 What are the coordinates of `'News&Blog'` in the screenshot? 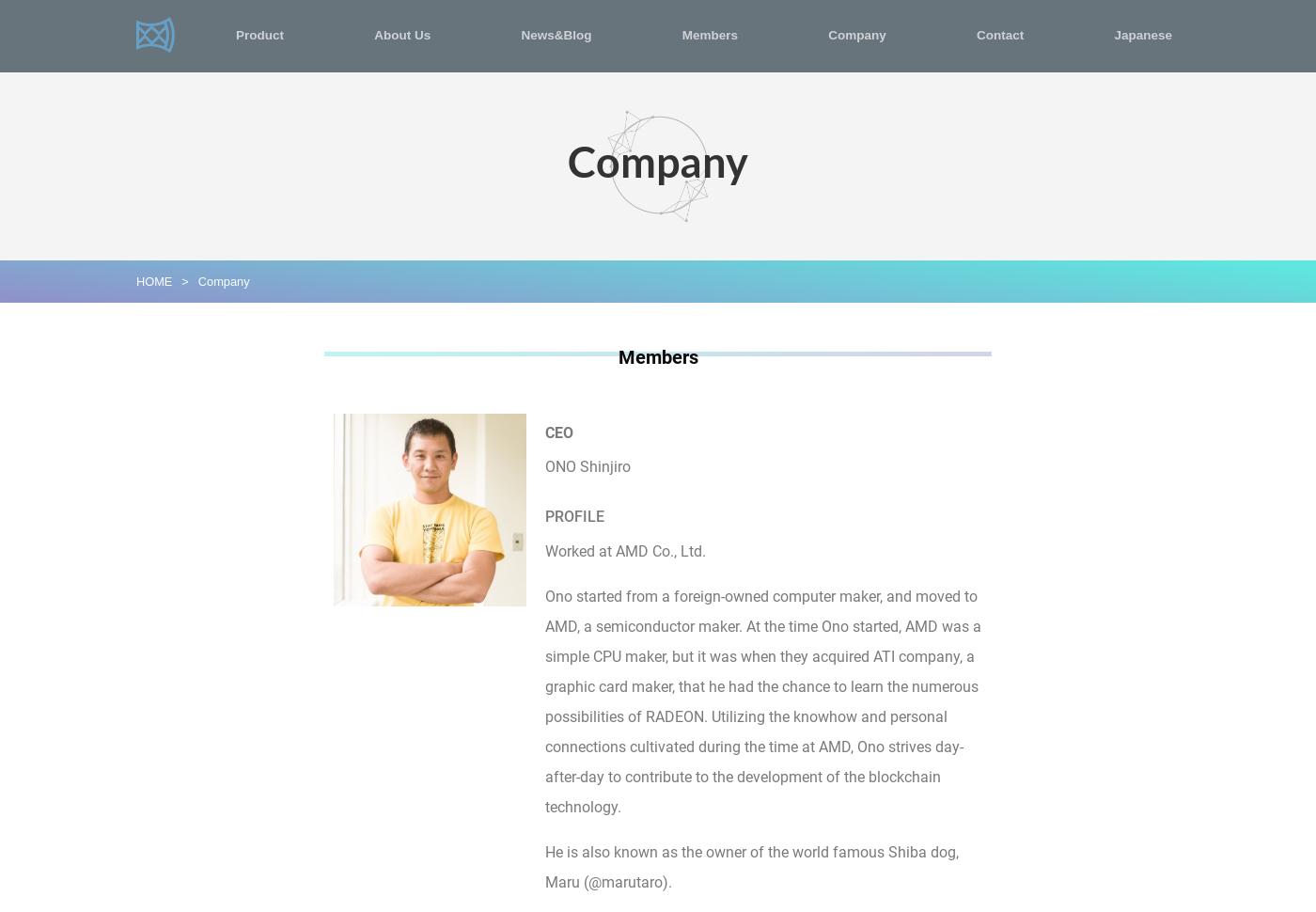 It's located at (556, 35).